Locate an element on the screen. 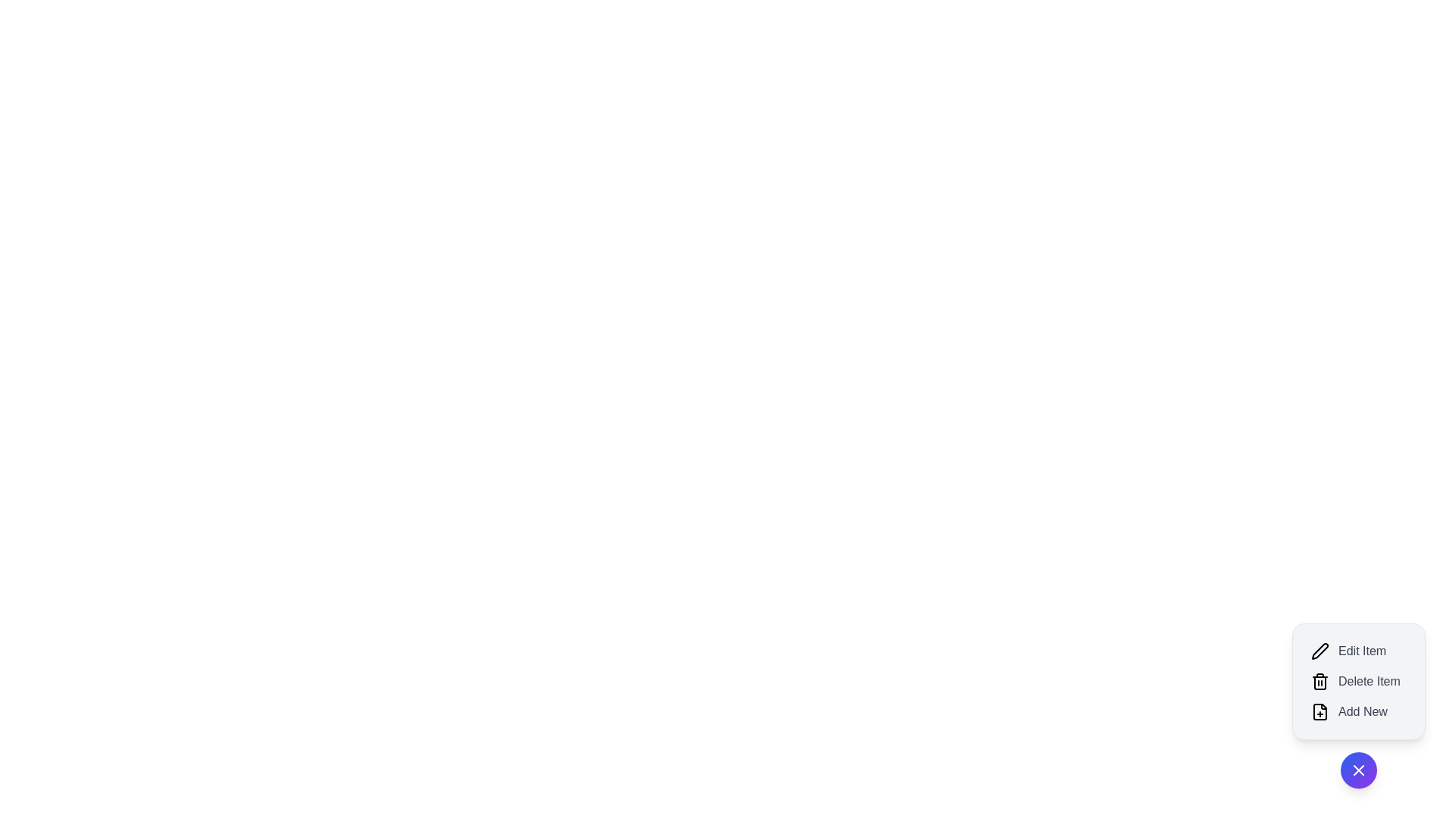  the 'Edit Item' button is located at coordinates (1358, 651).